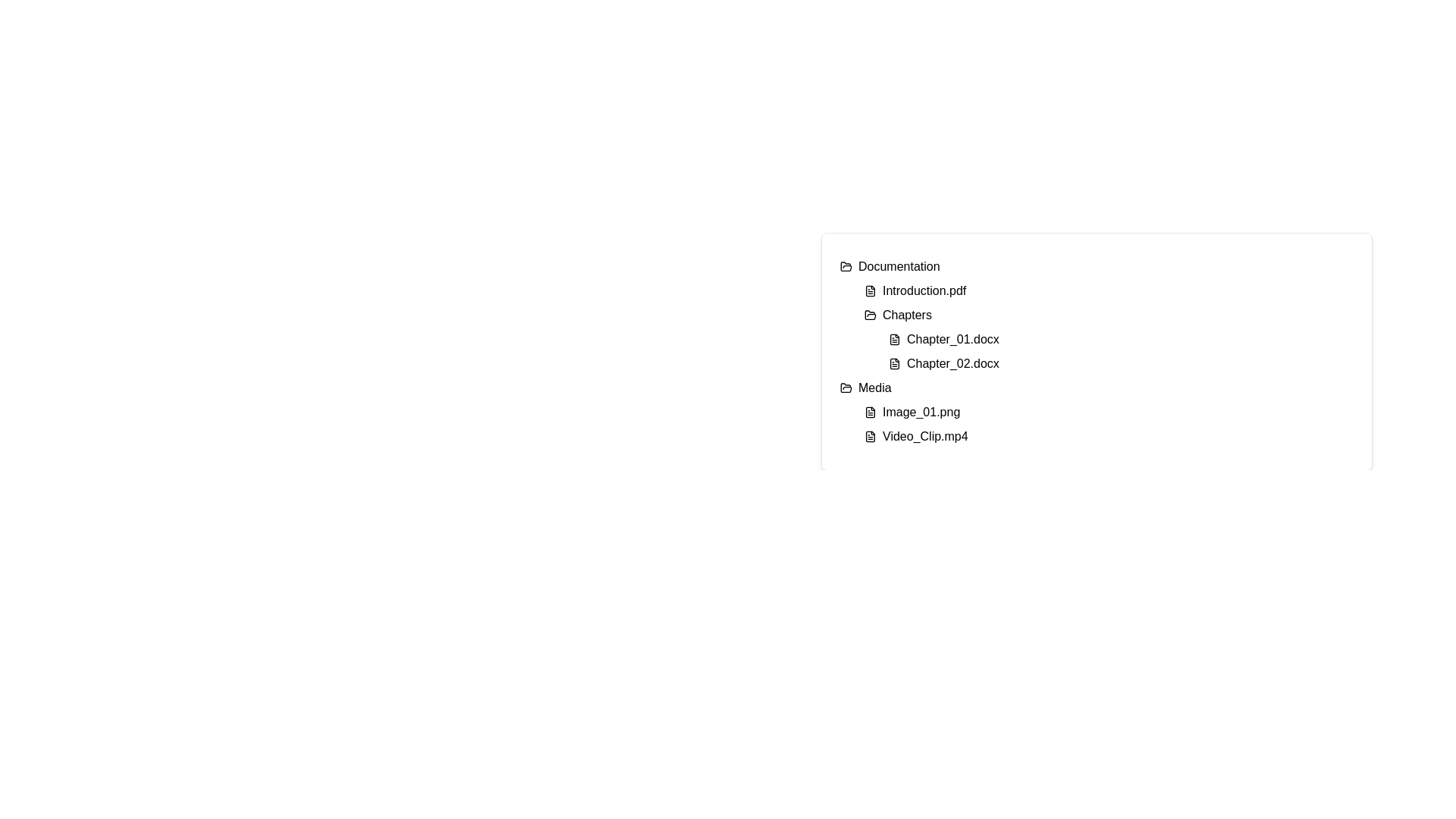  Describe the element at coordinates (870, 314) in the screenshot. I see `the open folder icon in the file management interface to indicate accessibility of files or subfolders` at that location.